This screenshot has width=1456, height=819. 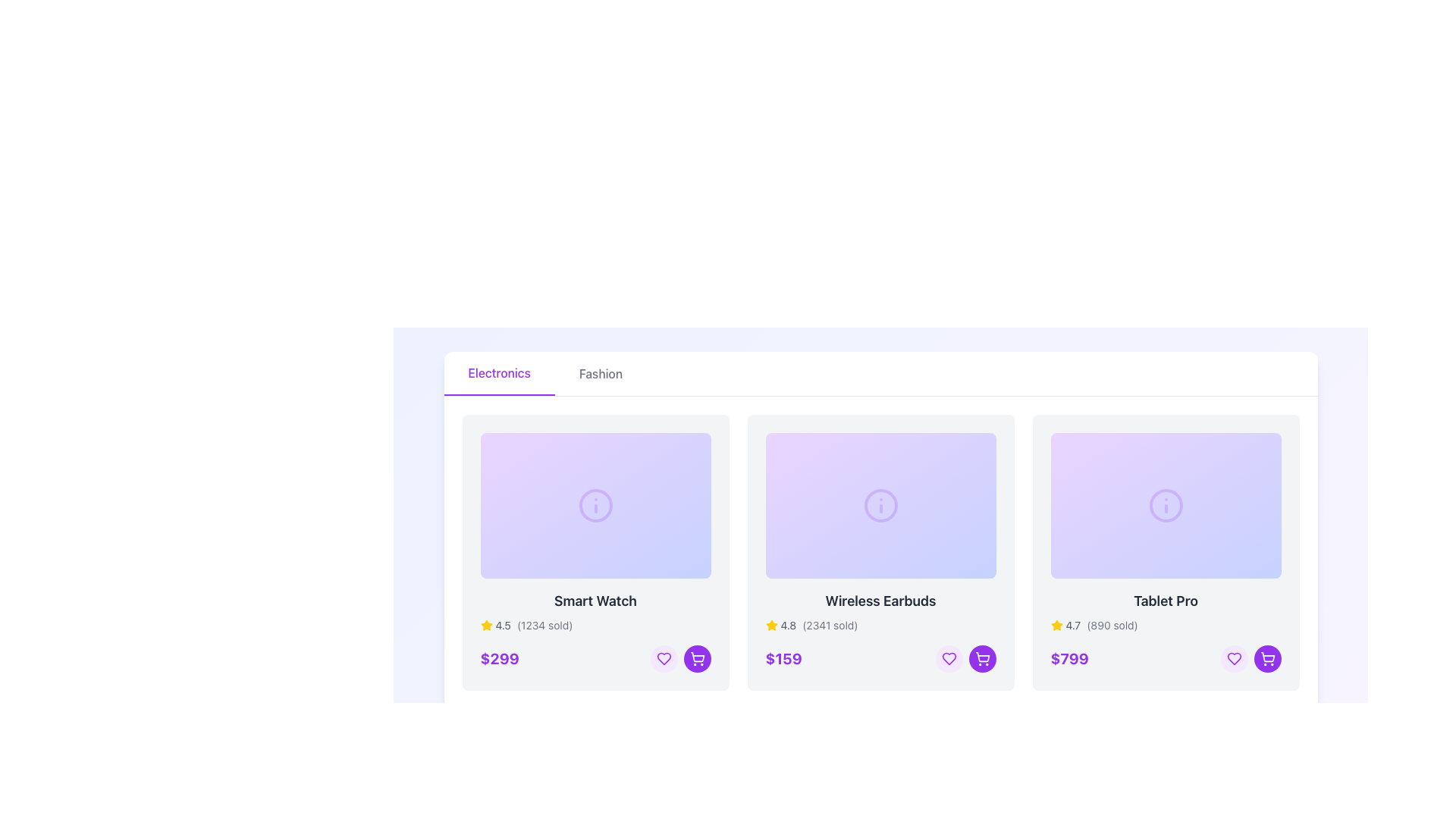 What do you see at coordinates (500, 657) in the screenshot?
I see `the price label displaying '$299' in bold, extra-large purple text located in the 'Smart Watch' product card` at bounding box center [500, 657].